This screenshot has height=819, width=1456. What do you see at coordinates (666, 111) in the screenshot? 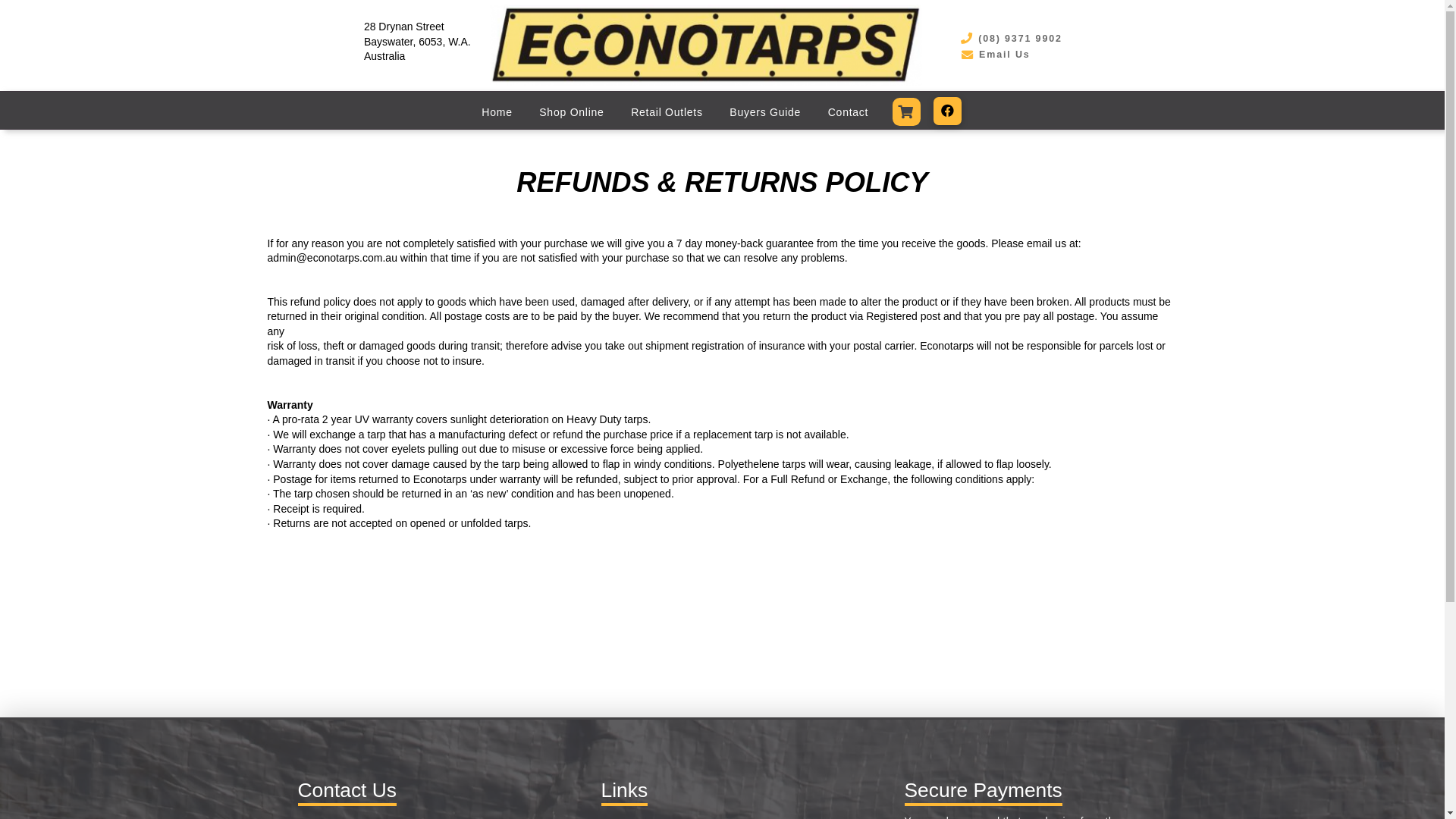
I see `'Retail Outlets'` at bounding box center [666, 111].